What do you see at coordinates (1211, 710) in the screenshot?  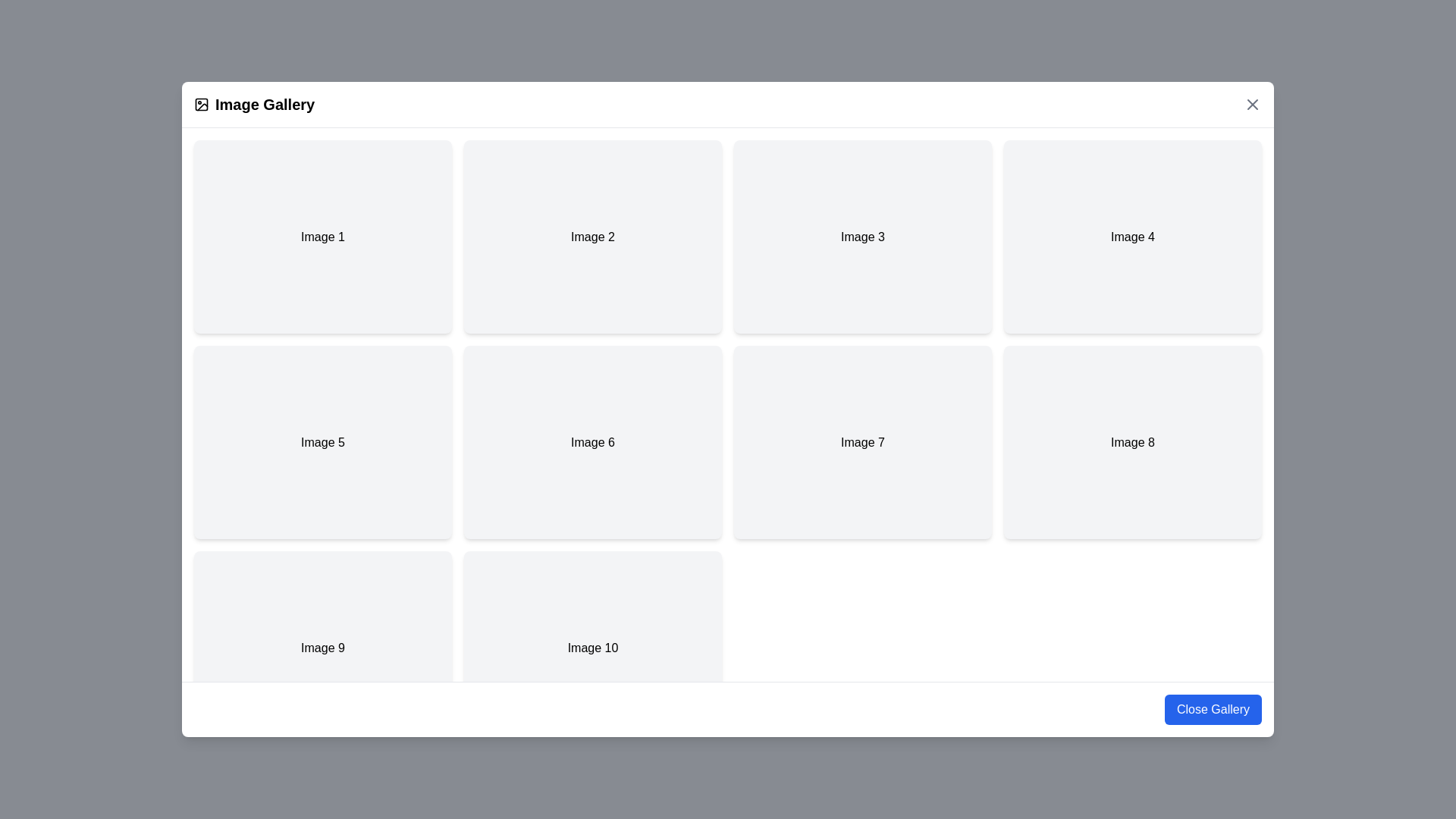 I see `the Close Gallery button to close the gallery` at bounding box center [1211, 710].